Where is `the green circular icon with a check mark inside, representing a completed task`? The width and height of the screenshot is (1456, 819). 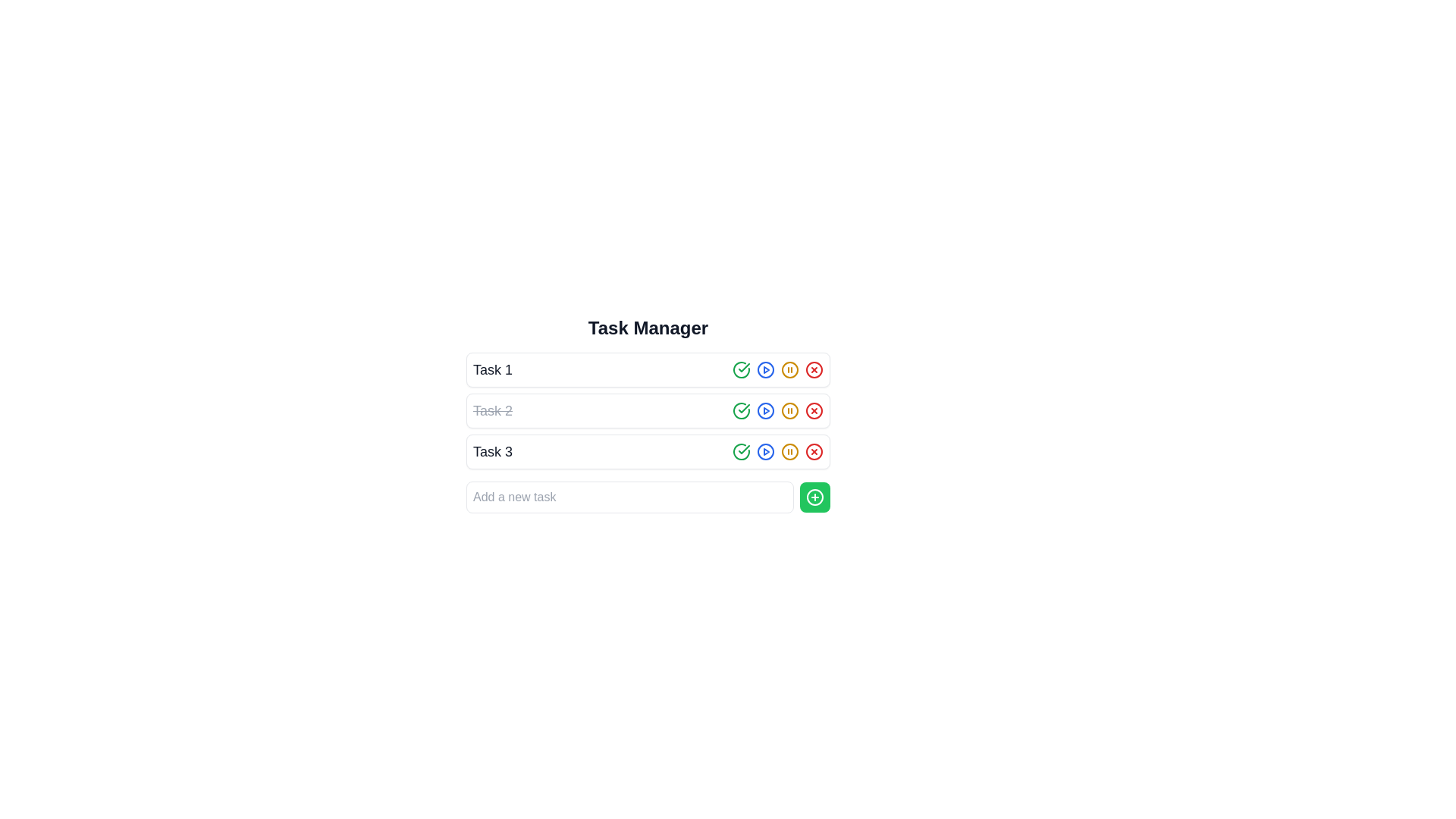
the green circular icon with a check mark inside, representing a completed task is located at coordinates (742, 451).